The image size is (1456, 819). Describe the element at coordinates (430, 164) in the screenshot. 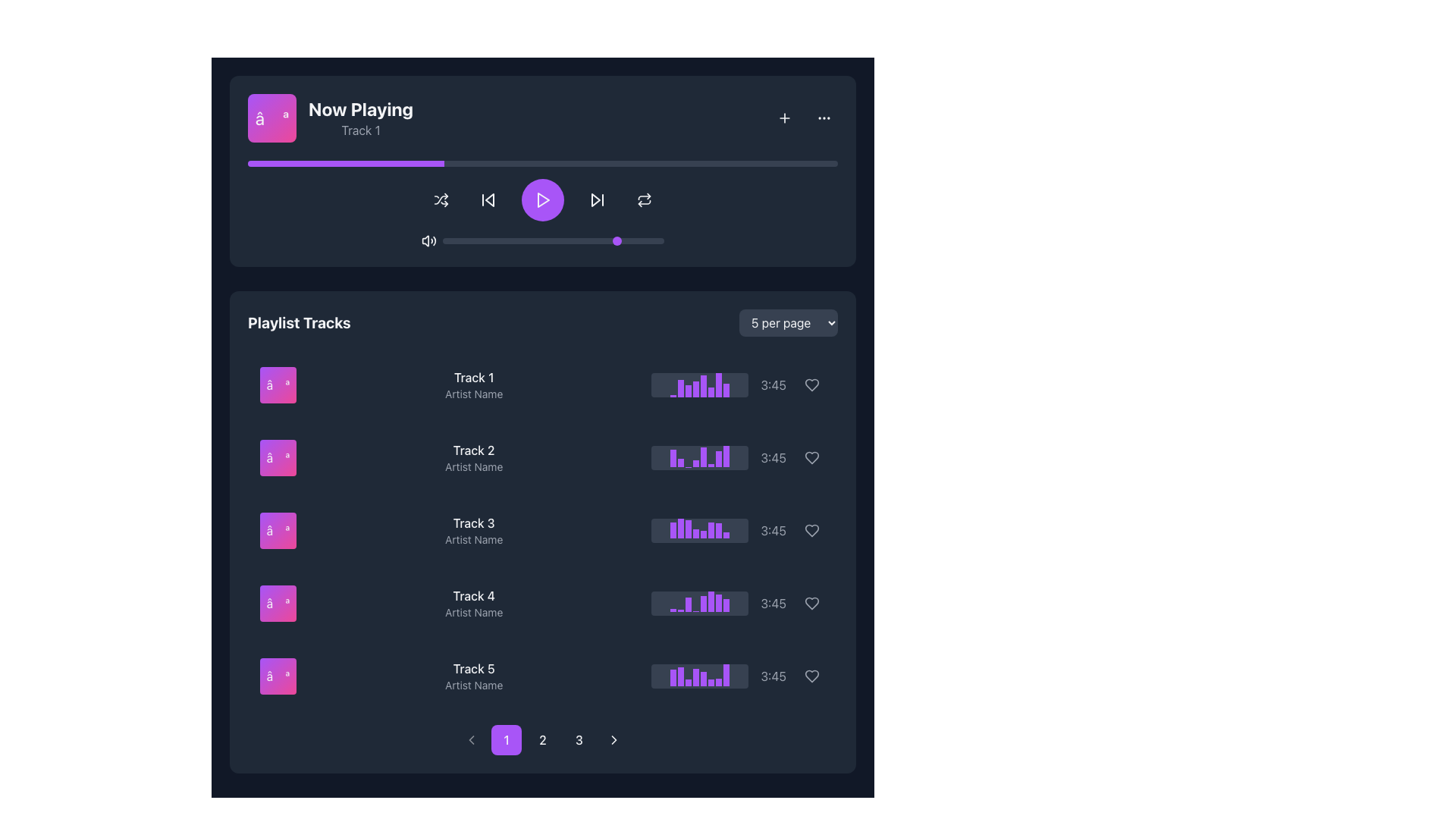

I see `playback progress` at that location.